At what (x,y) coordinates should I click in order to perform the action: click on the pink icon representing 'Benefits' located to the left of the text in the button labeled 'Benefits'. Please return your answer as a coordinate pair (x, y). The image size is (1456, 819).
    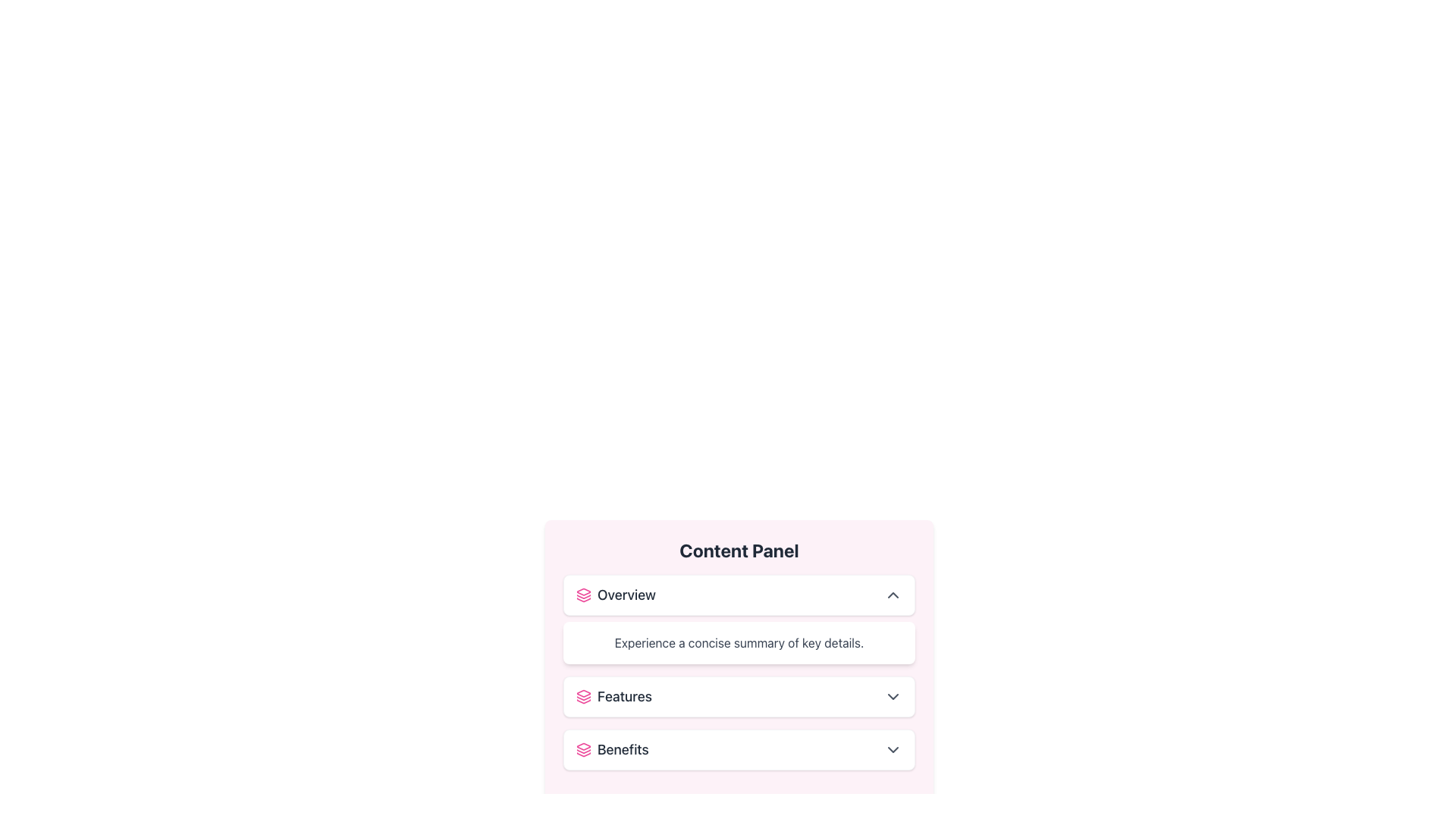
    Looking at the image, I should click on (582, 748).